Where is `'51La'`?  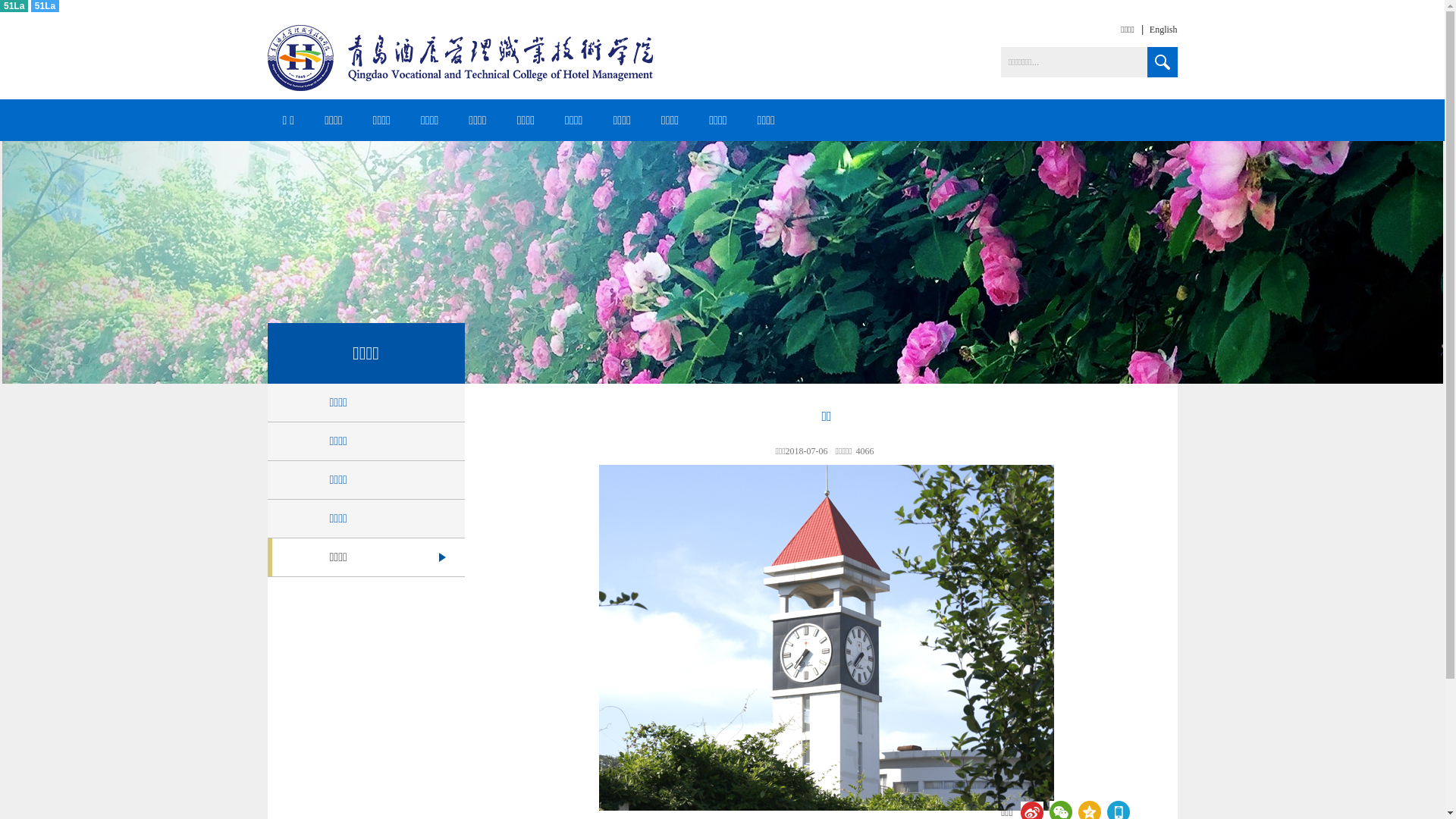 '51La' is located at coordinates (0, 5).